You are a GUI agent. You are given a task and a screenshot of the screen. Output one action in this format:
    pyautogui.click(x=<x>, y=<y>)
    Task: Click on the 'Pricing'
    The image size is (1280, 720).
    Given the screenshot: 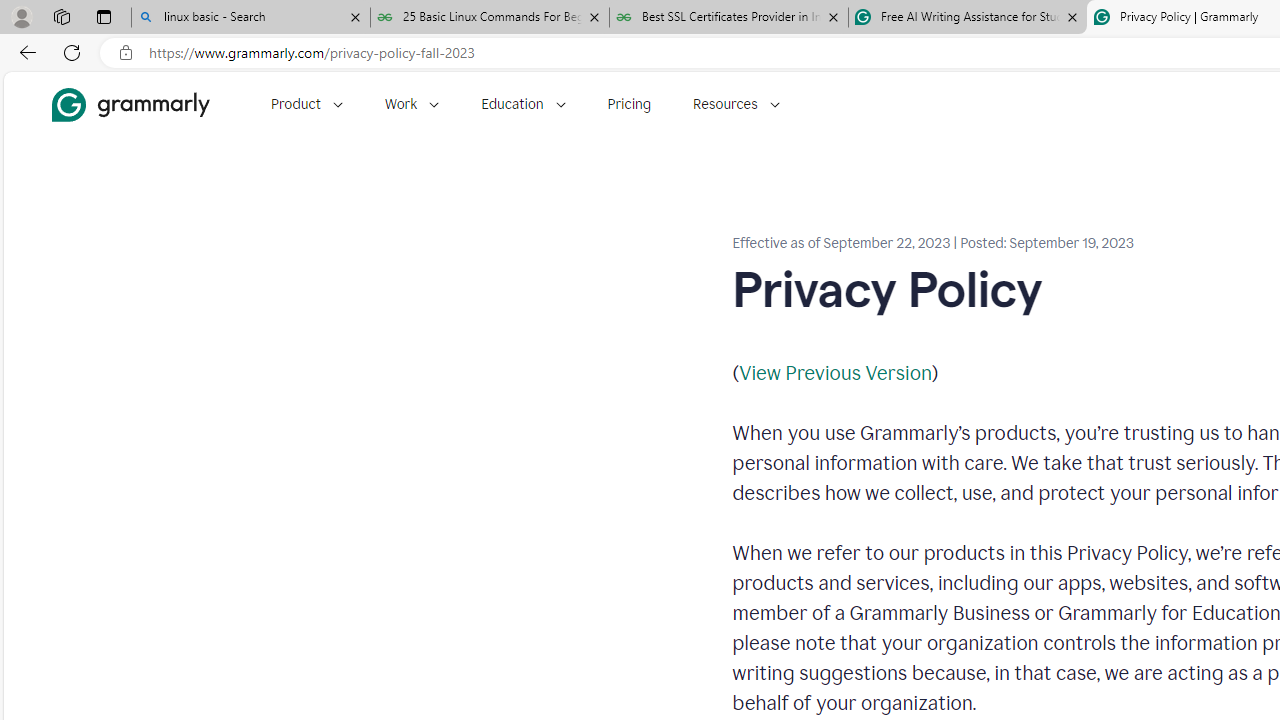 What is the action you would take?
    pyautogui.click(x=628, y=104)
    